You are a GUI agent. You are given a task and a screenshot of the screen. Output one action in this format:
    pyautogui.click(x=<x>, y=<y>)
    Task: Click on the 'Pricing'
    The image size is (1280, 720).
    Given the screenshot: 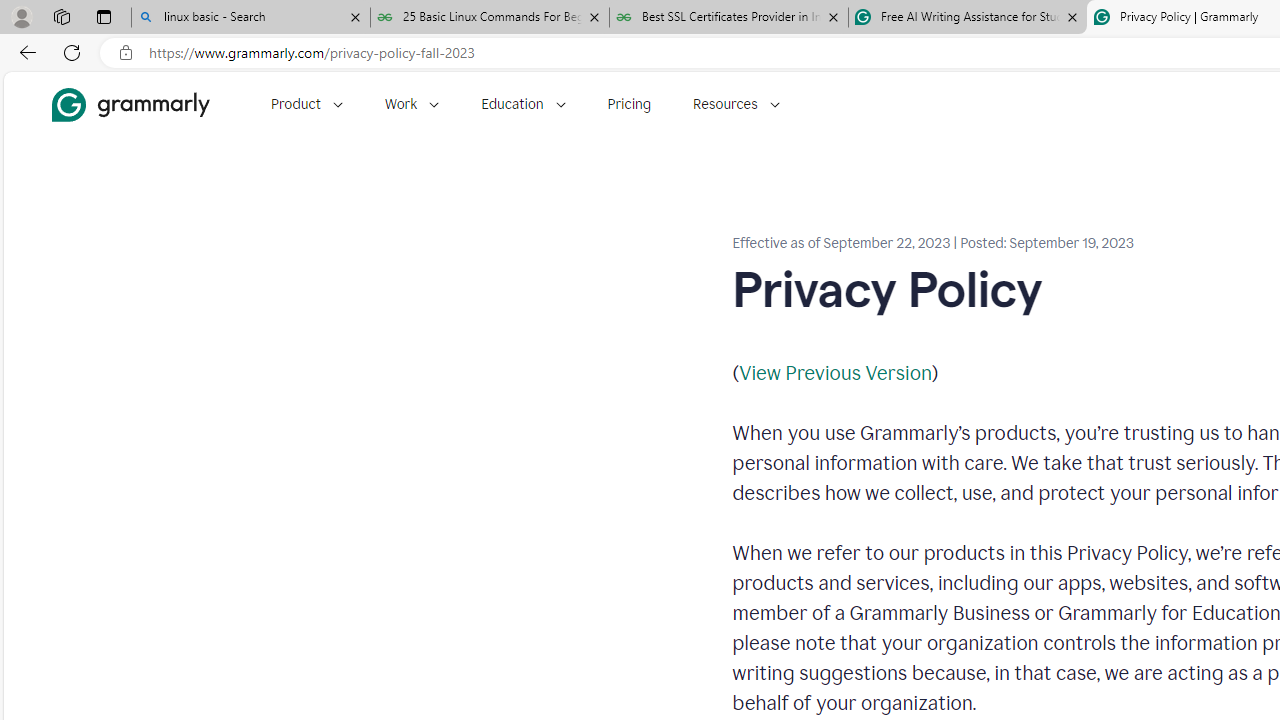 What is the action you would take?
    pyautogui.click(x=628, y=104)
    